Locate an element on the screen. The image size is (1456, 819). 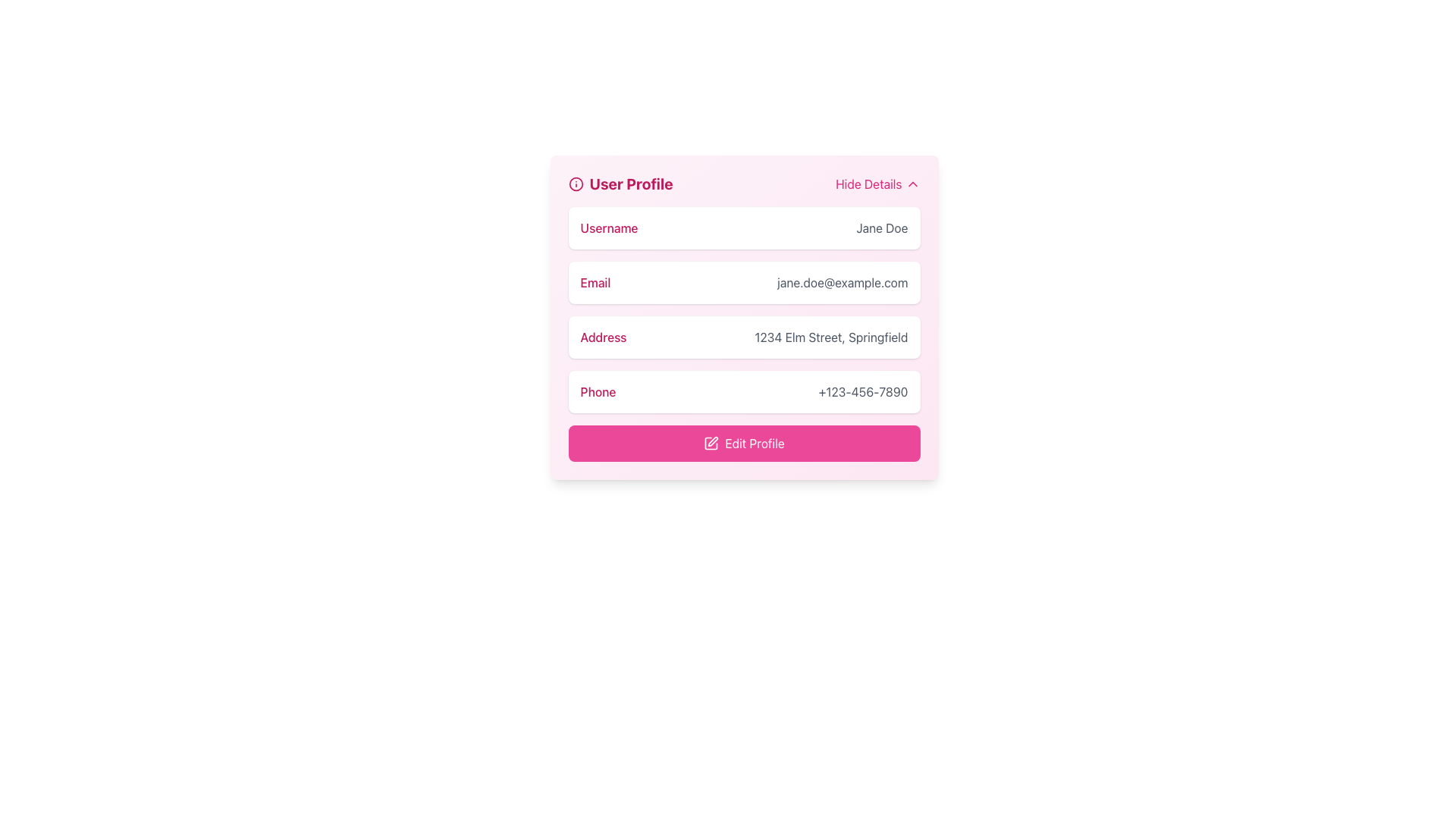
the 'Hide Details' button in the top-right corner of the 'User Profile' header section is located at coordinates (877, 184).